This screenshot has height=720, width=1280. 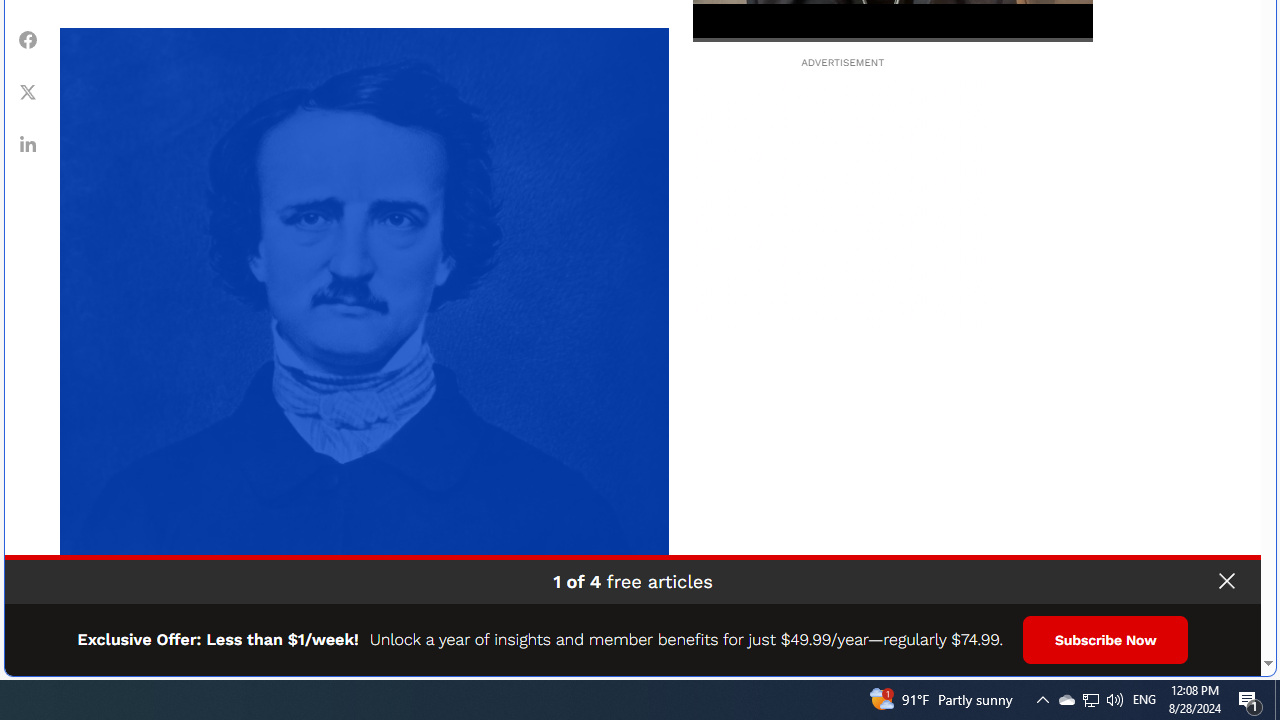 What do you see at coordinates (28, 91) in the screenshot?
I see `'Class: fs-icon fs-icon--xCorp'` at bounding box center [28, 91].